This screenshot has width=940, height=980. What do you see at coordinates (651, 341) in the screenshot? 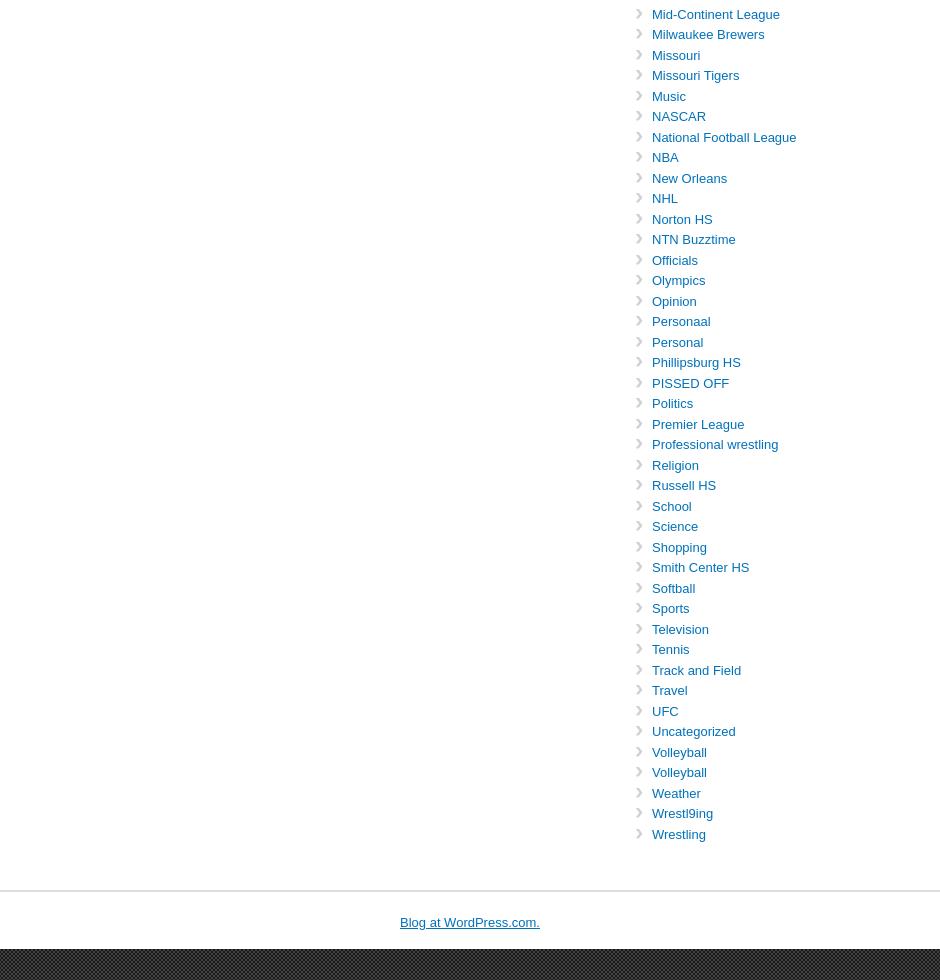
I see `'Personal'` at bounding box center [651, 341].